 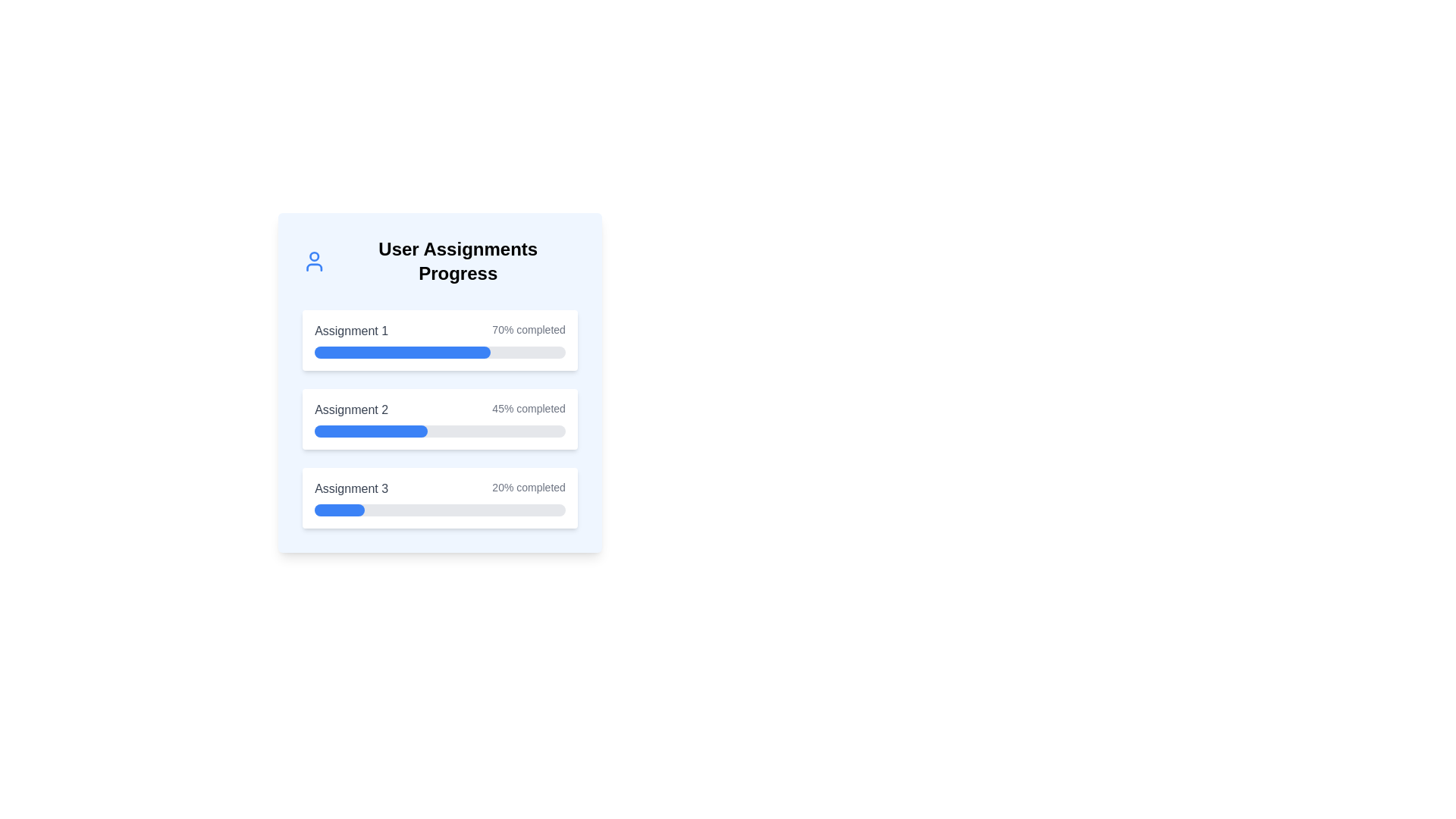 What do you see at coordinates (402, 353) in the screenshot?
I see `the blue rounded progress bar representing 'Assignment 1' in the 'User Assignments Progress' list` at bounding box center [402, 353].